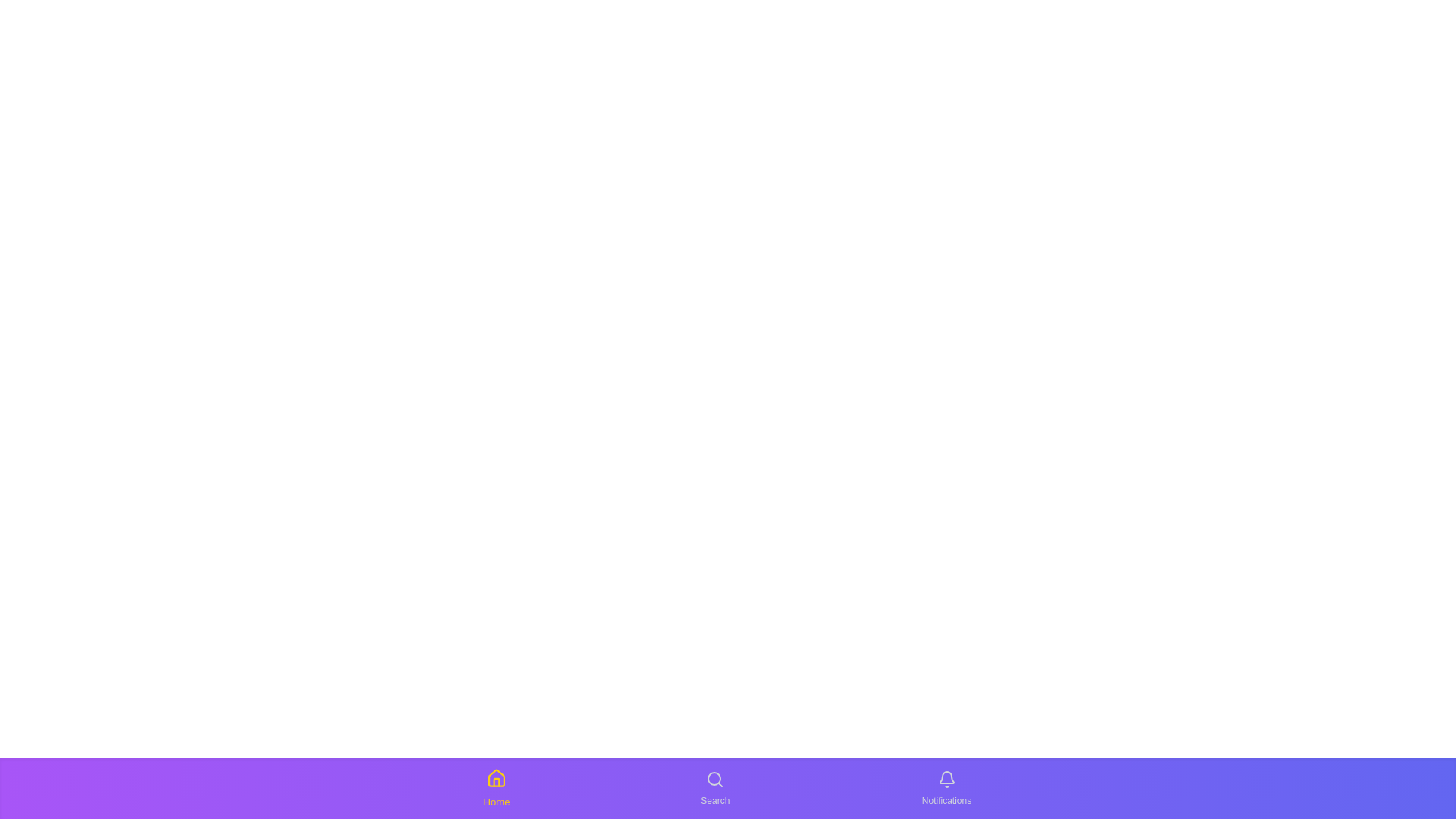 This screenshot has height=819, width=1456. I want to click on the Search tab to switch to it, so click(714, 788).